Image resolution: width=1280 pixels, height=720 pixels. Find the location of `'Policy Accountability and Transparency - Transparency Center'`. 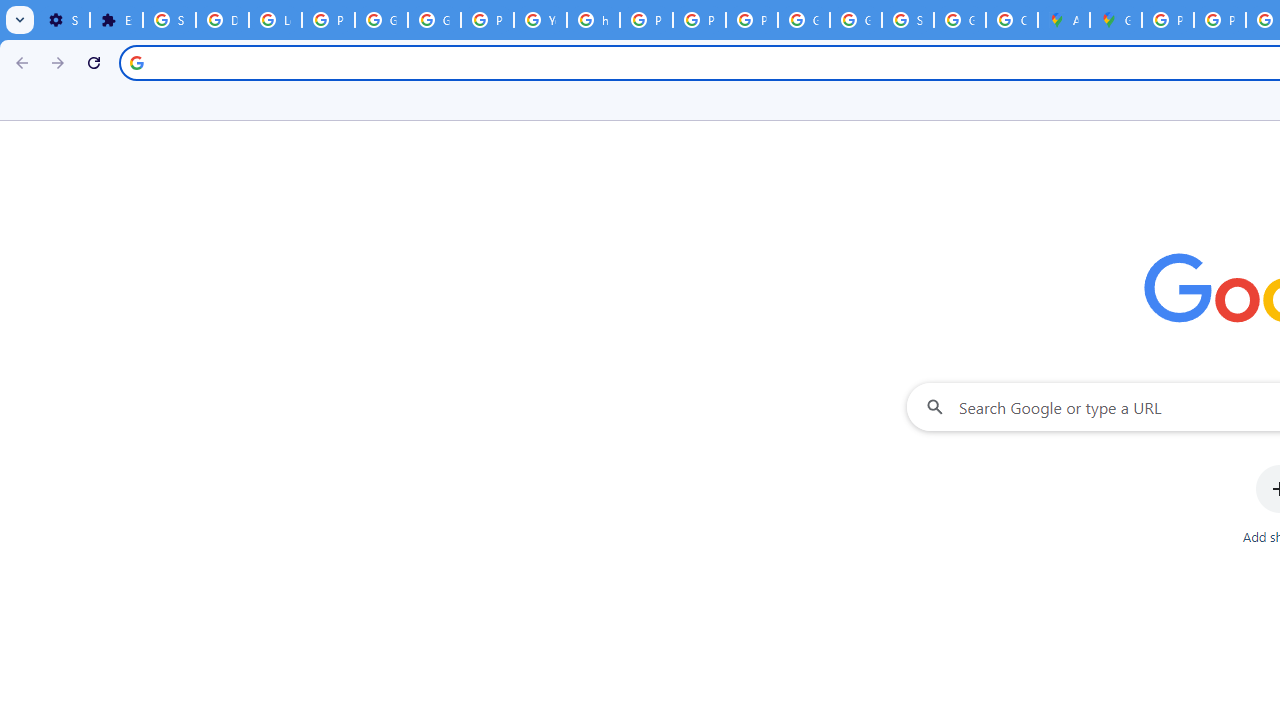

'Policy Accountability and Transparency - Transparency Center' is located at coordinates (1168, 20).